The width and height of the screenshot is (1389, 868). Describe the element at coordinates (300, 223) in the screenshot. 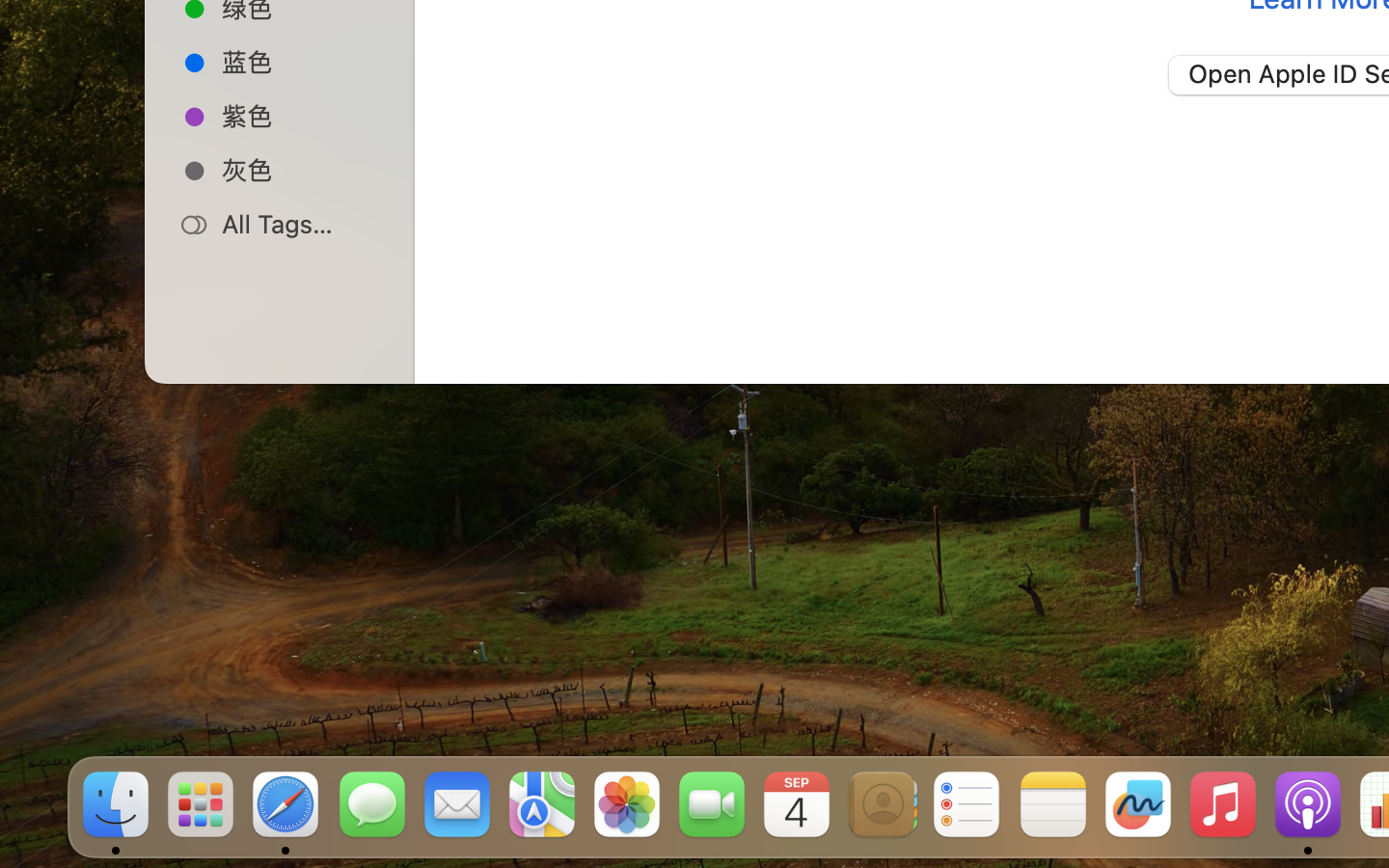

I see `'All Tags…'` at that location.